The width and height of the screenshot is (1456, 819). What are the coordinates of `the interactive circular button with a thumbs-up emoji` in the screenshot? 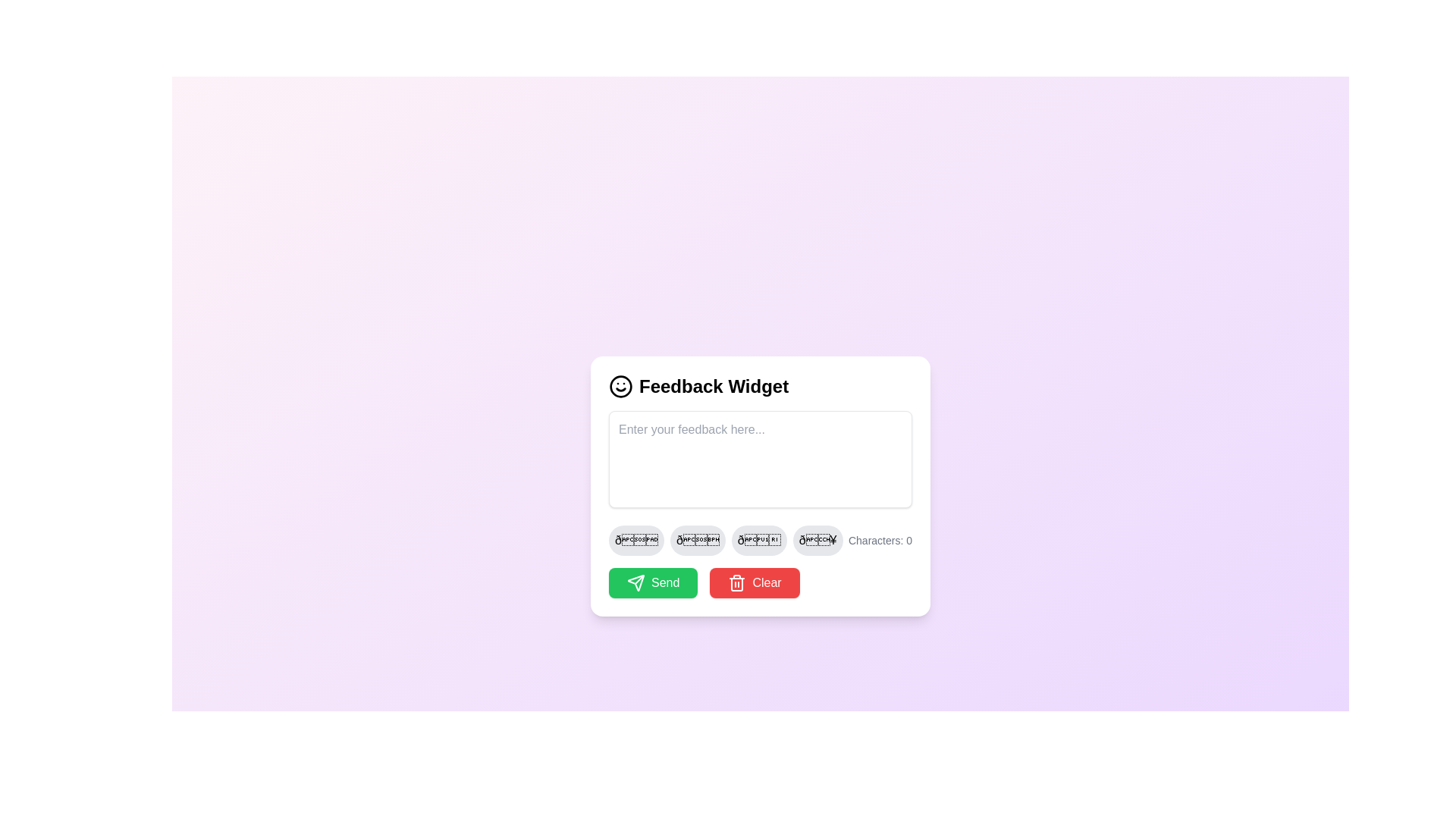 It's located at (759, 539).